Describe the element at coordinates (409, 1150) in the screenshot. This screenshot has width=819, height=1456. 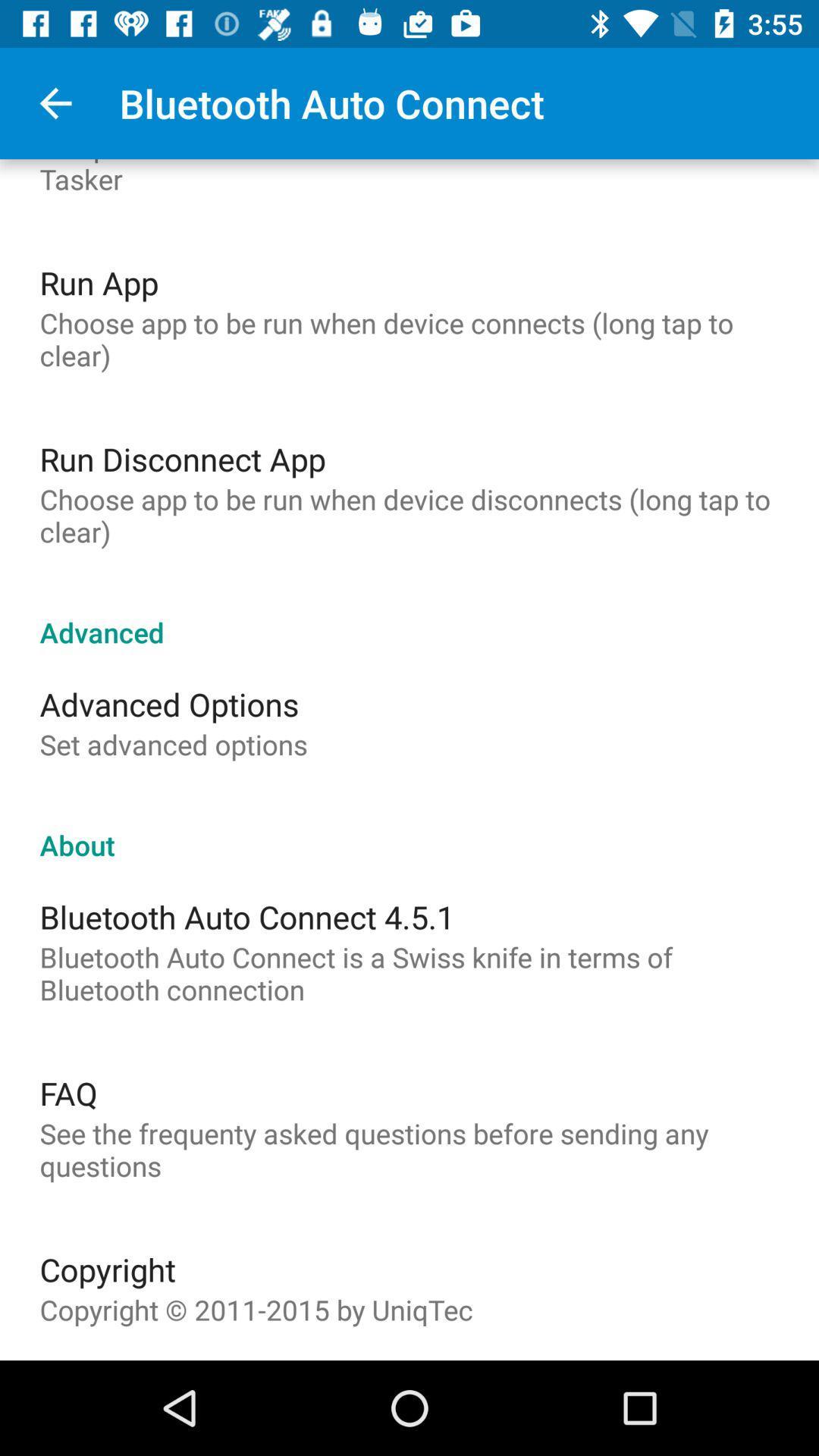
I see `item below the faq item` at that location.